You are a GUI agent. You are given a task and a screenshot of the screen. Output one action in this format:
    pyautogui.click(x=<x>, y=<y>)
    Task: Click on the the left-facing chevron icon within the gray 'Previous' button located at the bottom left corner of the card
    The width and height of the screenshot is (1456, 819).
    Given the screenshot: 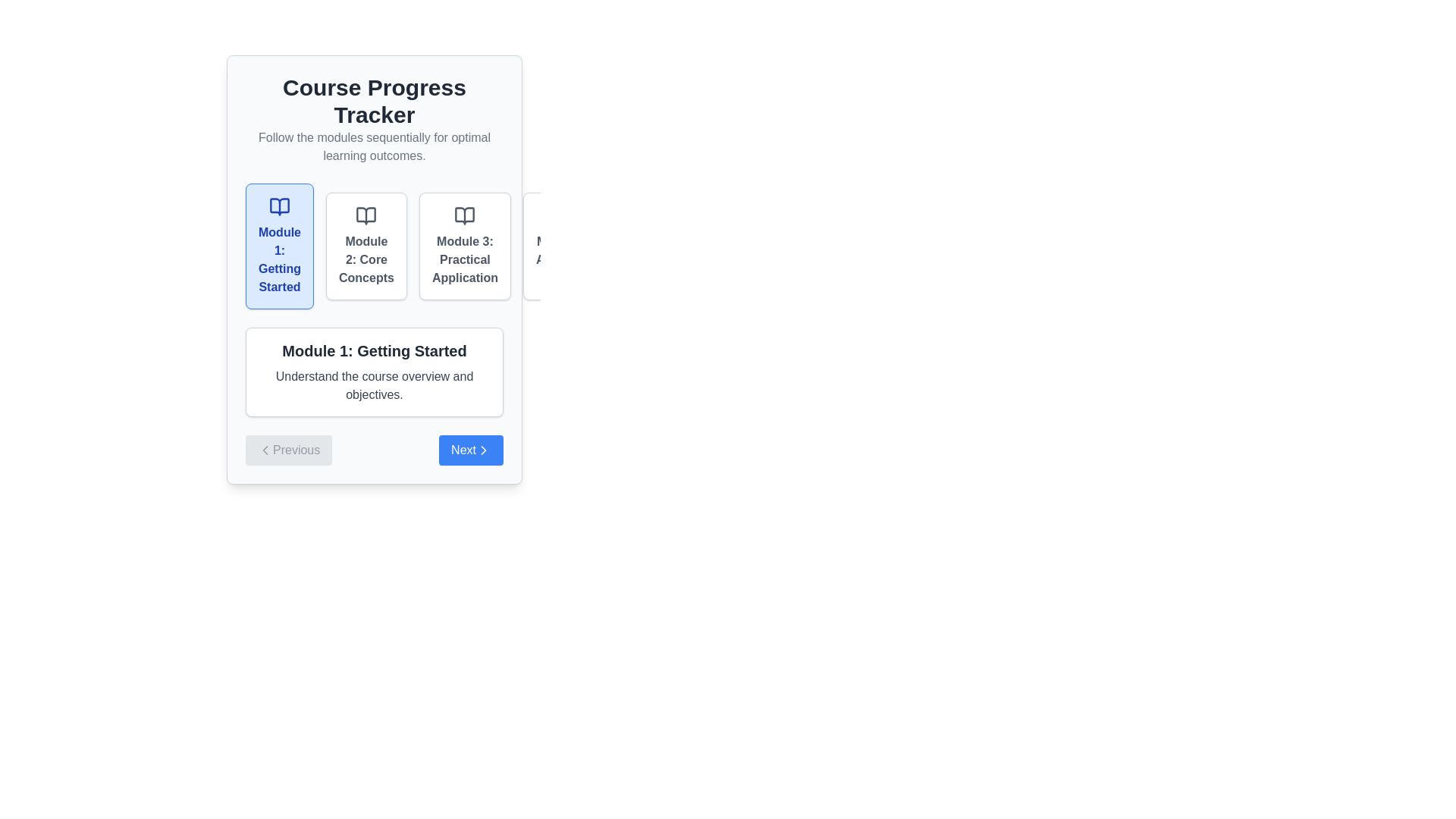 What is the action you would take?
    pyautogui.click(x=265, y=450)
    